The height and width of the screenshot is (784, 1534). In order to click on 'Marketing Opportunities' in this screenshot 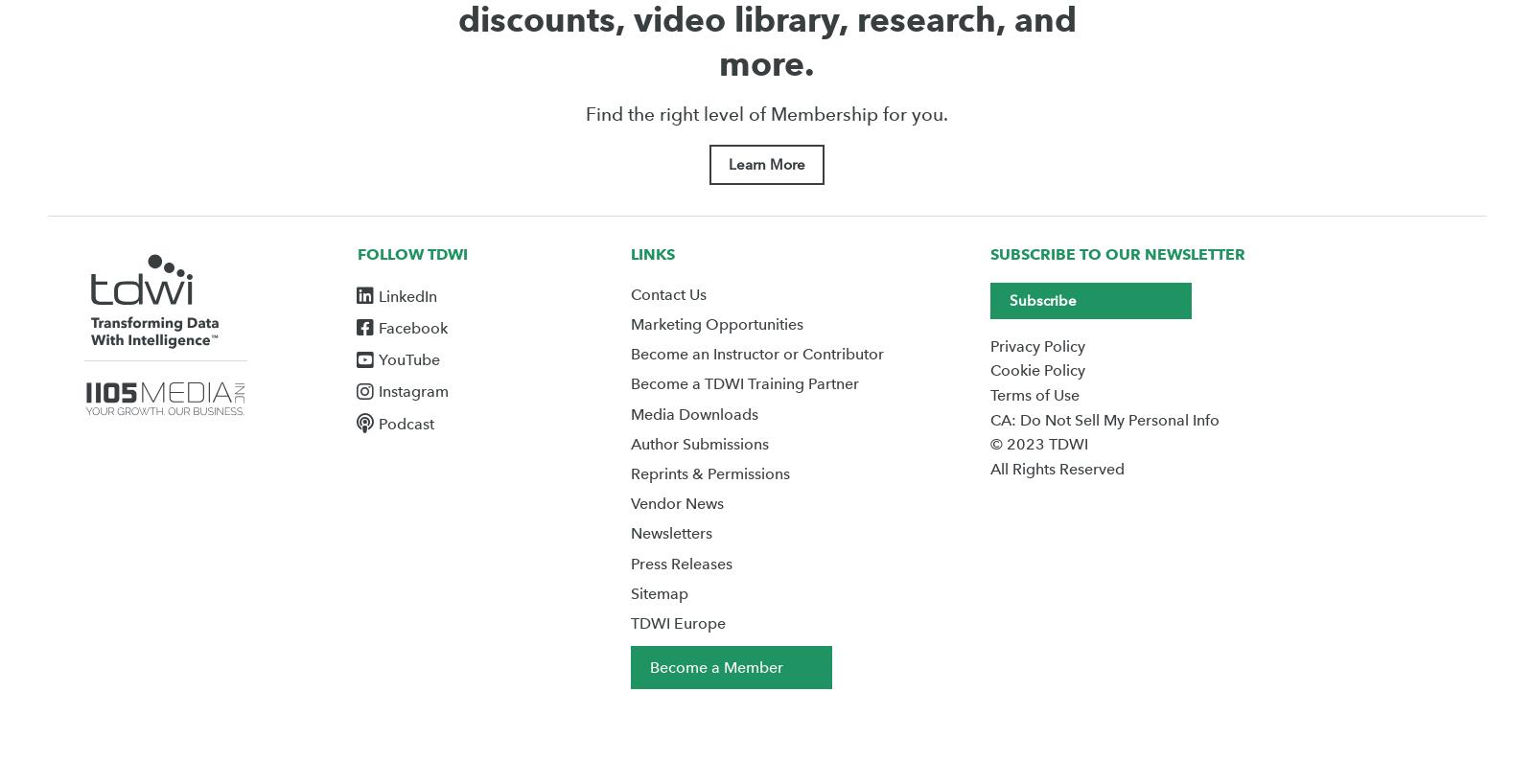, I will do `click(716, 323)`.